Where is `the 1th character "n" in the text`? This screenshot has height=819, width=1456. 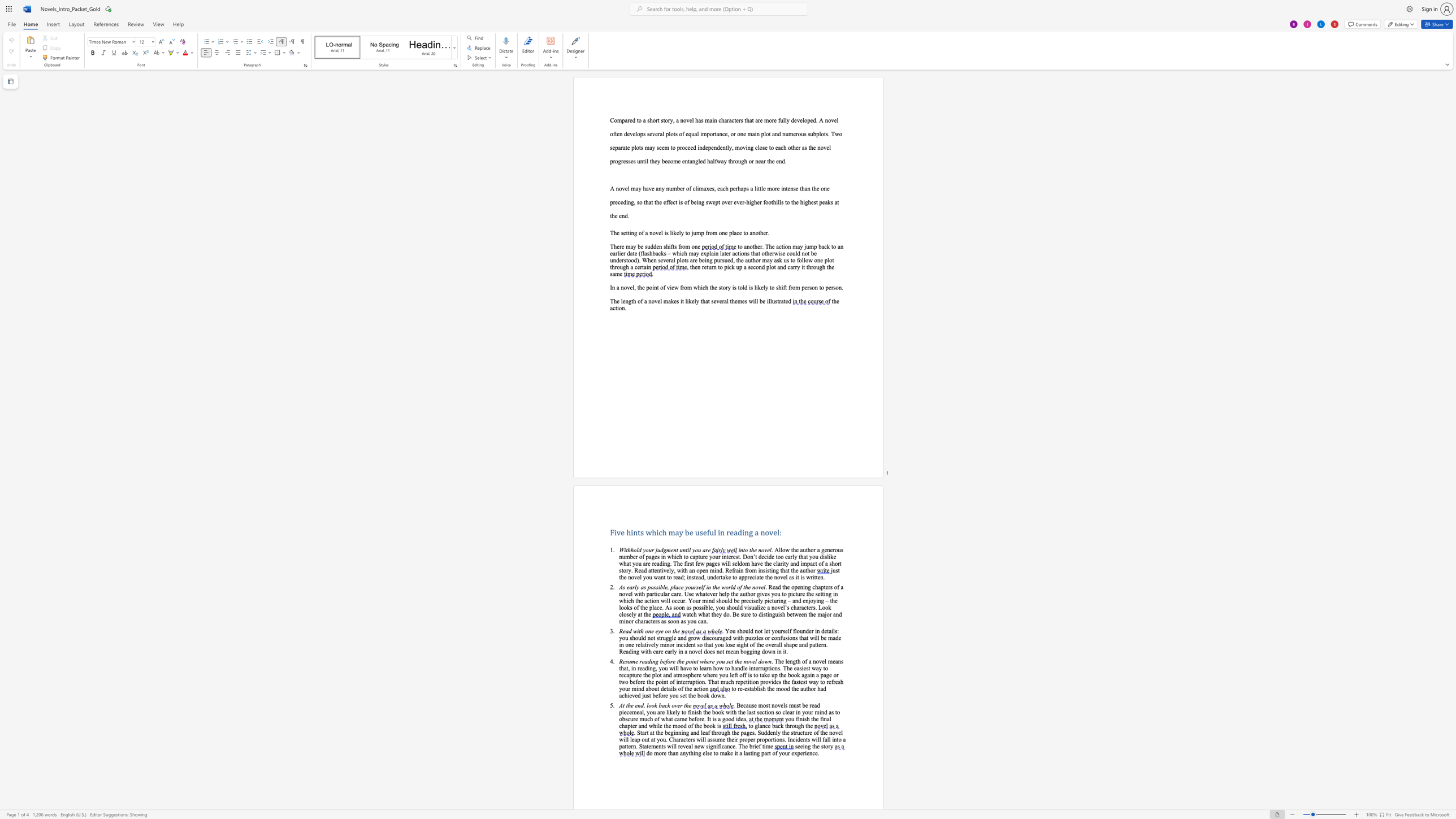
the 1th character "n" in the text is located at coordinates (635, 532).